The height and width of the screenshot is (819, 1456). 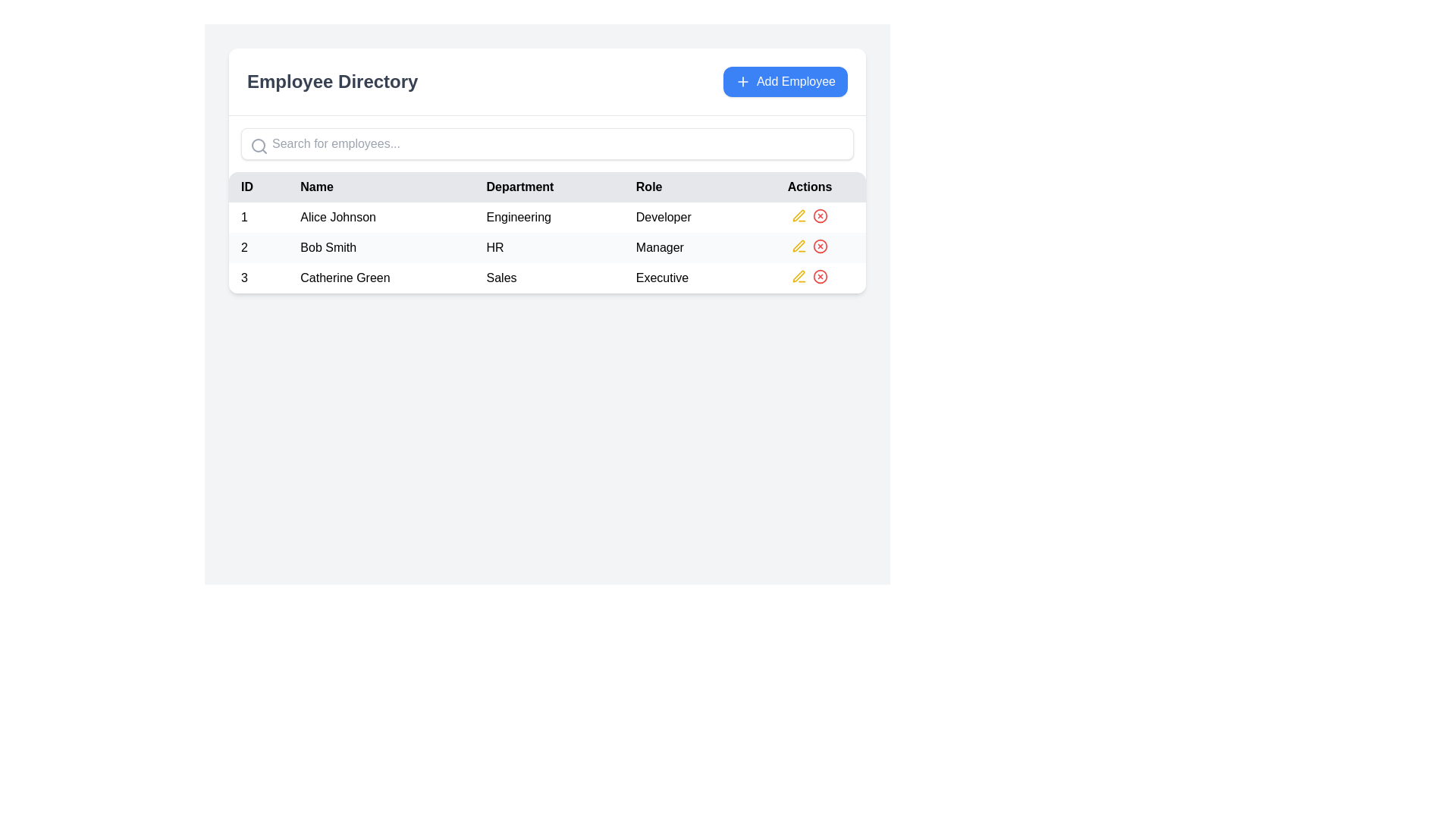 I want to click on the circular graphical icon component located within the search icon at the start of the search bar, so click(x=258, y=146).